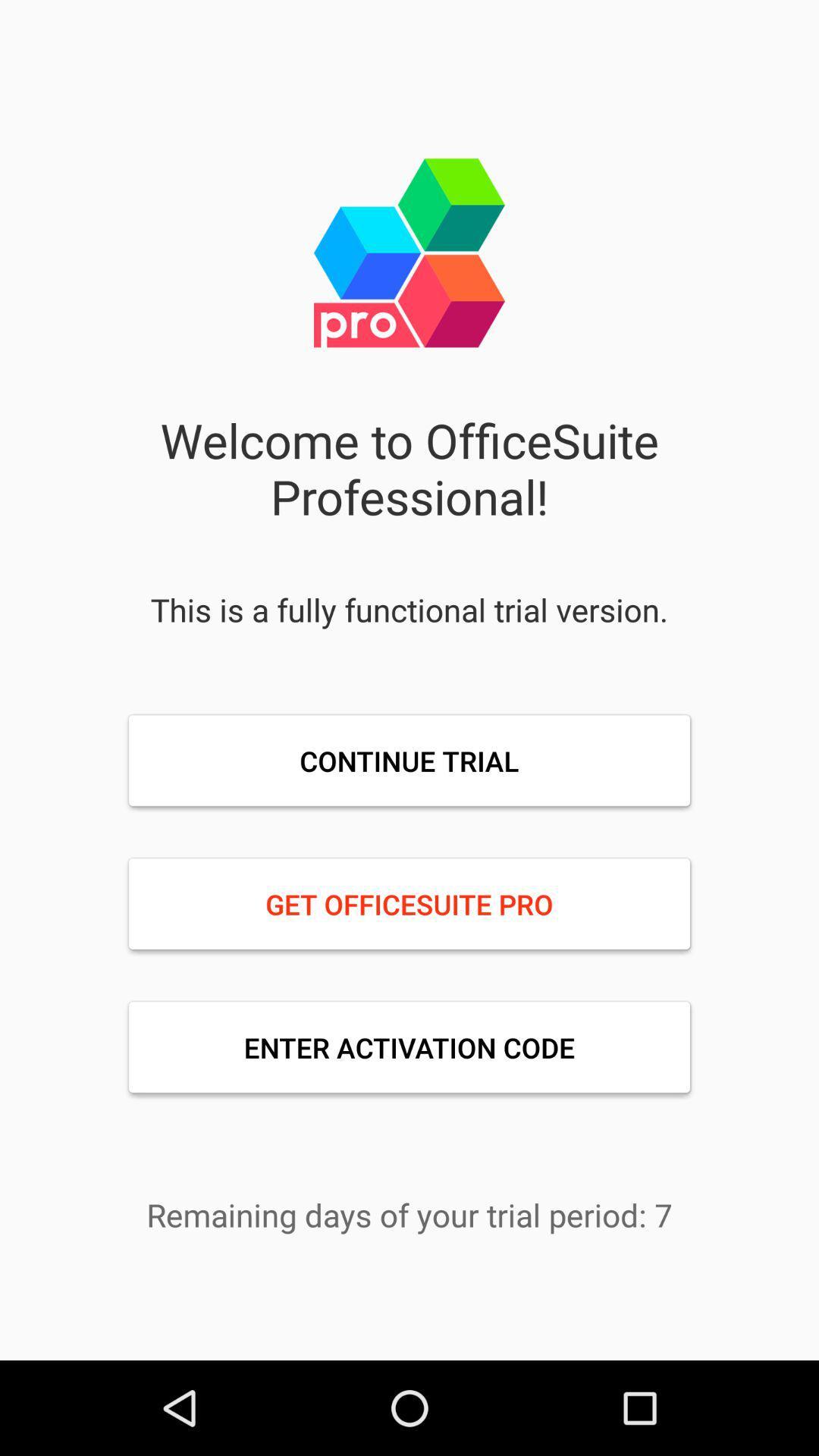 This screenshot has width=819, height=1456. What do you see at coordinates (409, 904) in the screenshot?
I see `icon below the continue trial icon` at bounding box center [409, 904].